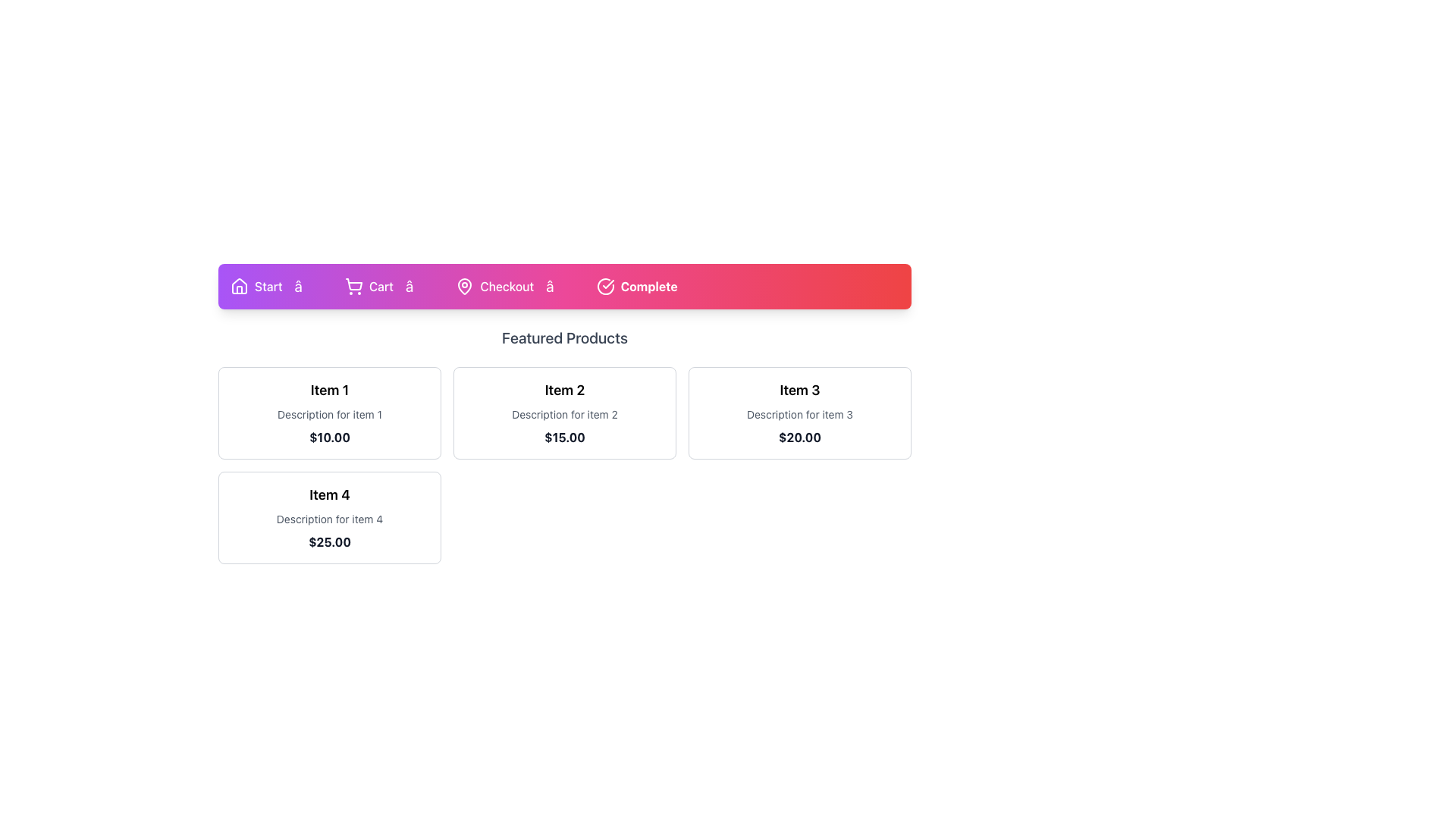 The image size is (1456, 819). Describe the element at coordinates (329, 415) in the screenshot. I see `the informational text label that serves as a subheading for 'Item 1', positioned directly beneath 'Item 1' and above the price label '$10.00'` at that location.